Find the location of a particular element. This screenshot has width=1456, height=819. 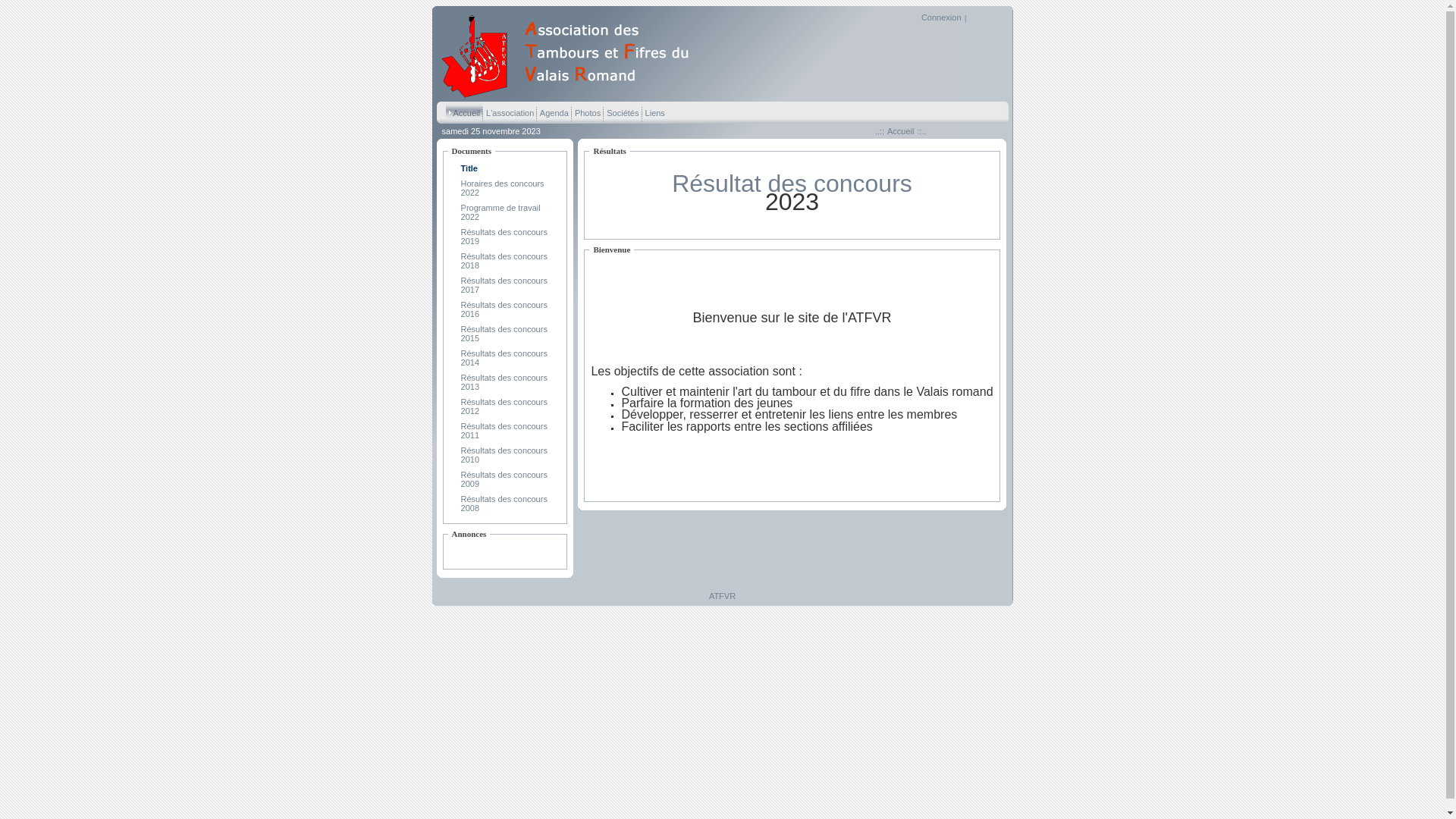

'Connexion' is located at coordinates (920, 17).